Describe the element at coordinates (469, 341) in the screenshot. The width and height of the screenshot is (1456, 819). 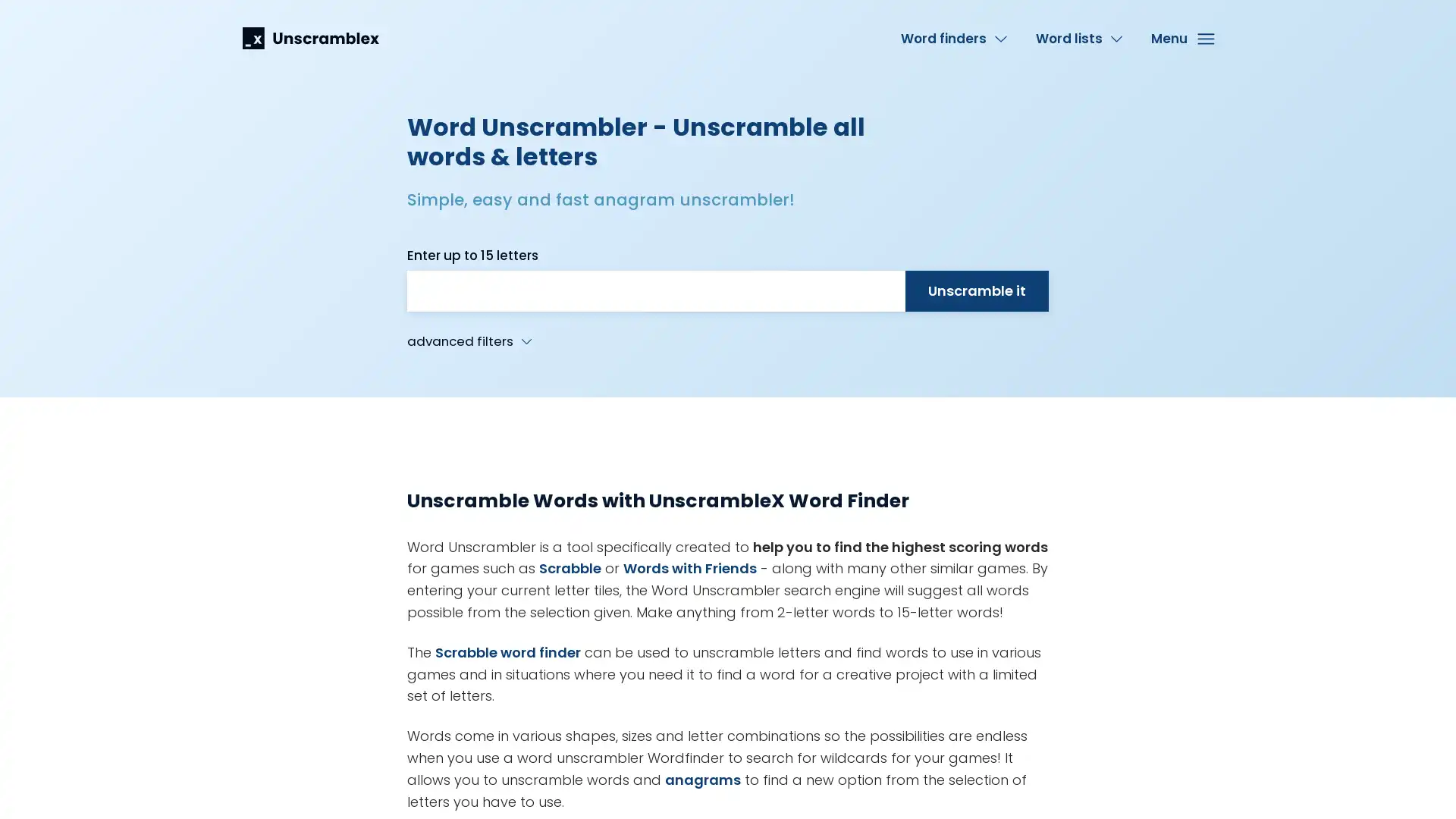
I see `advanced filters` at that location.